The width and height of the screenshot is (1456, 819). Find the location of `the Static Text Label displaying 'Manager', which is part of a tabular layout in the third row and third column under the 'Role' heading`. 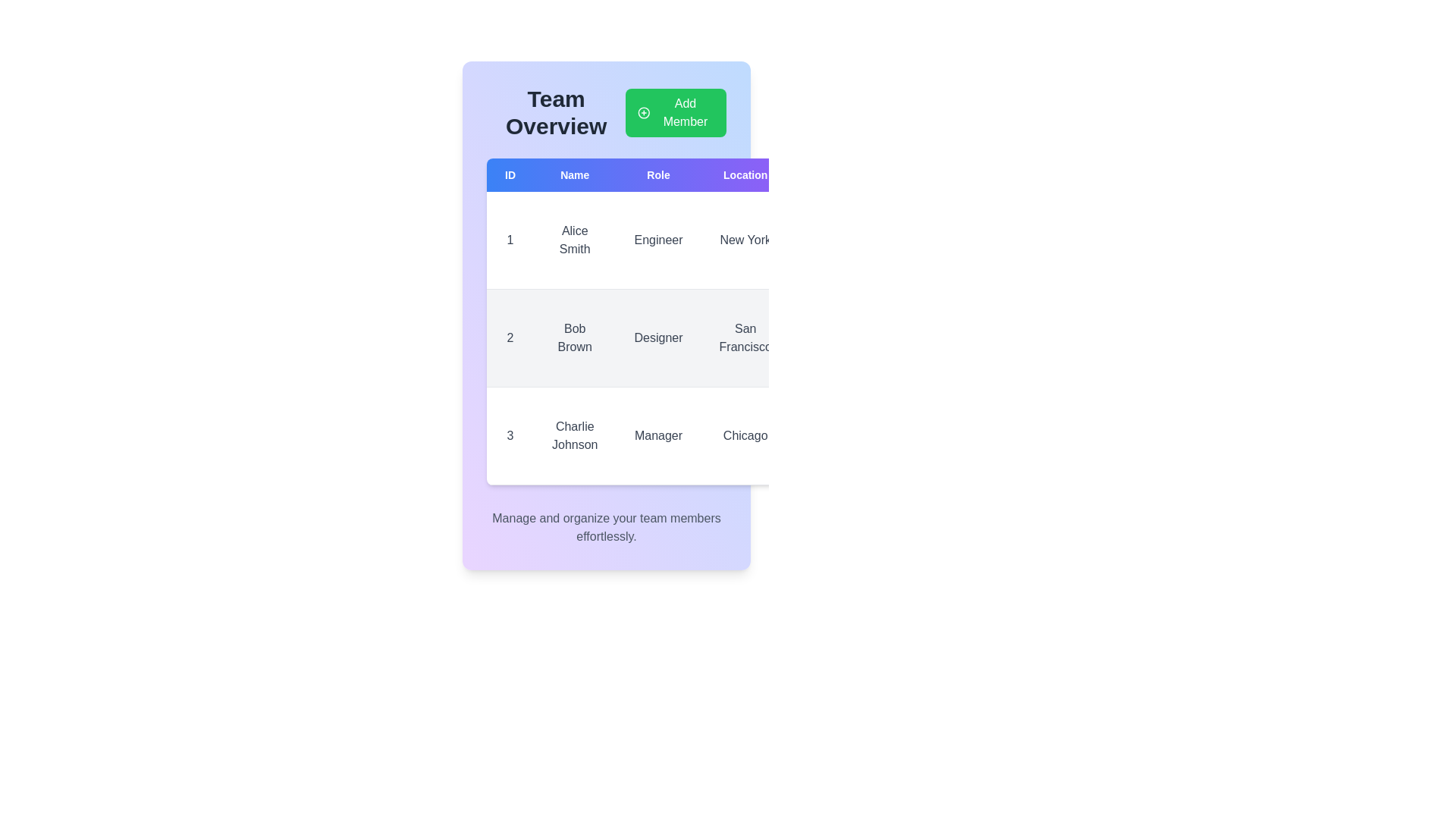

the Static Text Label displaying 'Manager', which is part of a tabular layout in the third row and third column under the 'Role' heading is located at coordinates (658, 435).